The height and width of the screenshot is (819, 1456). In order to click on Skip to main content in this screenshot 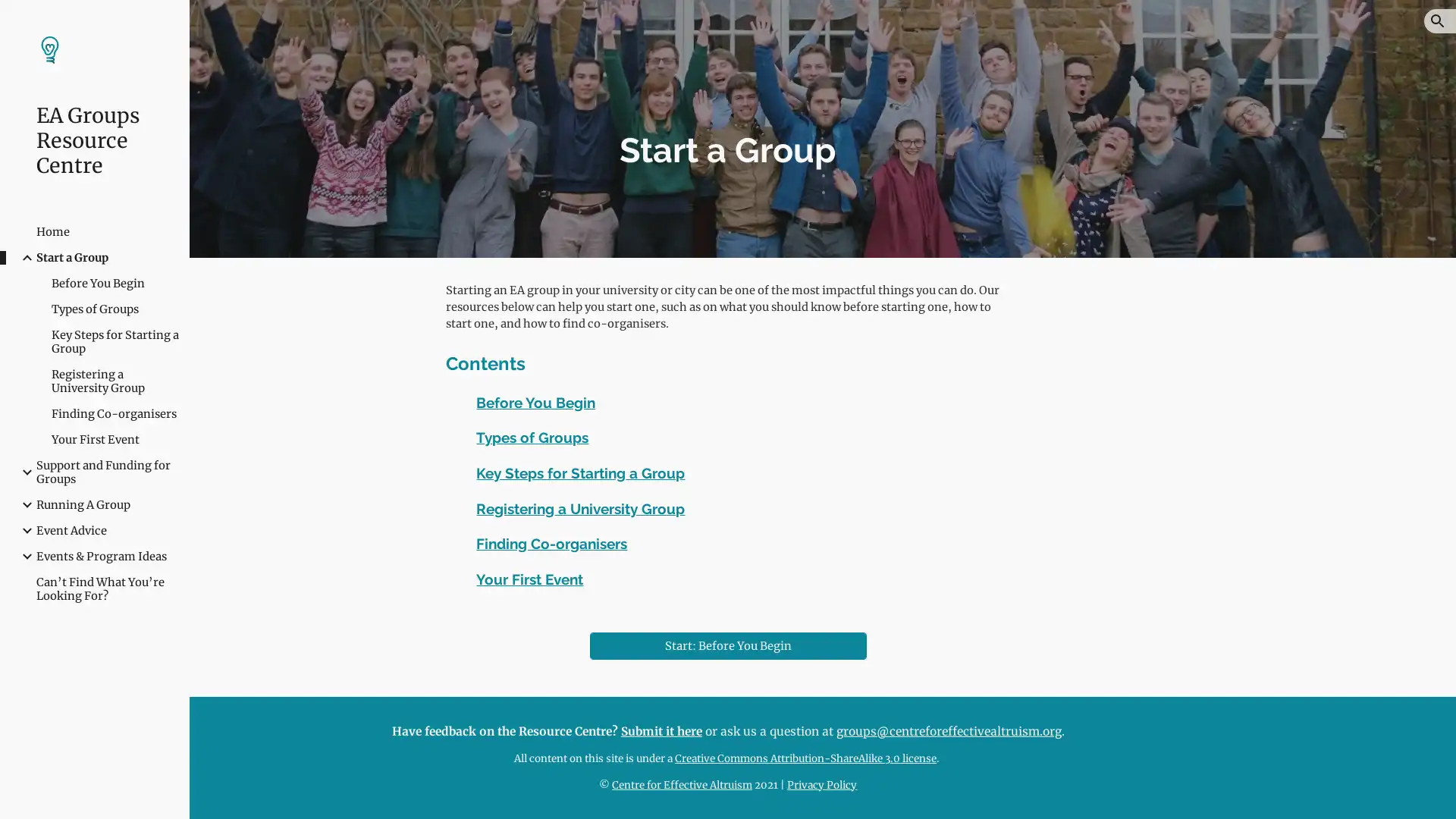, I will do `click(597, 28)`.